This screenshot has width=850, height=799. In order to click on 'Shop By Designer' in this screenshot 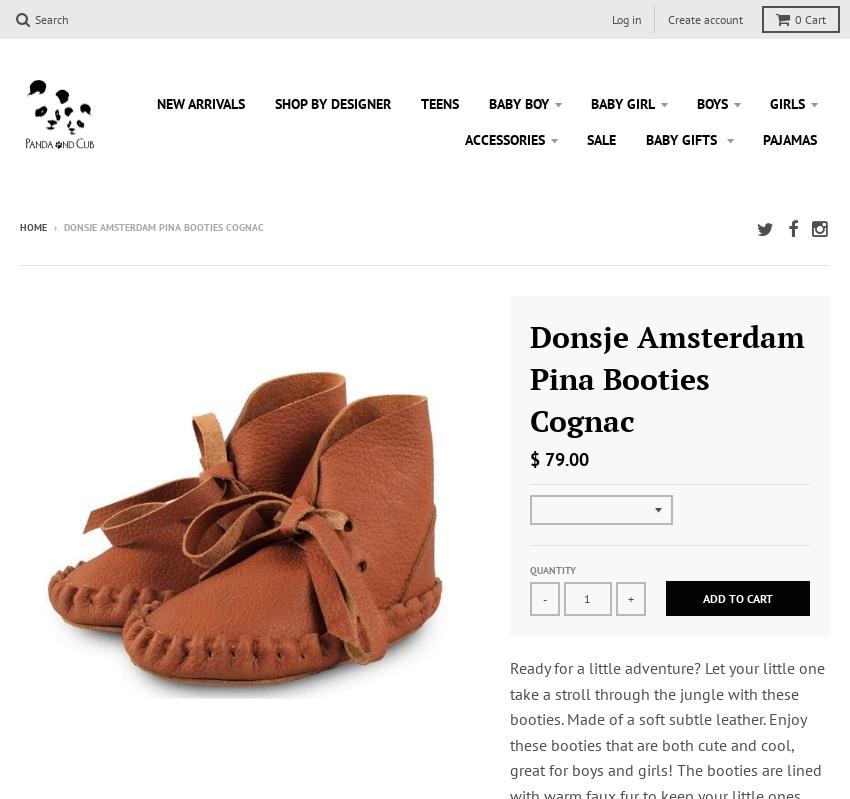, I will do `click(333, 101)`.